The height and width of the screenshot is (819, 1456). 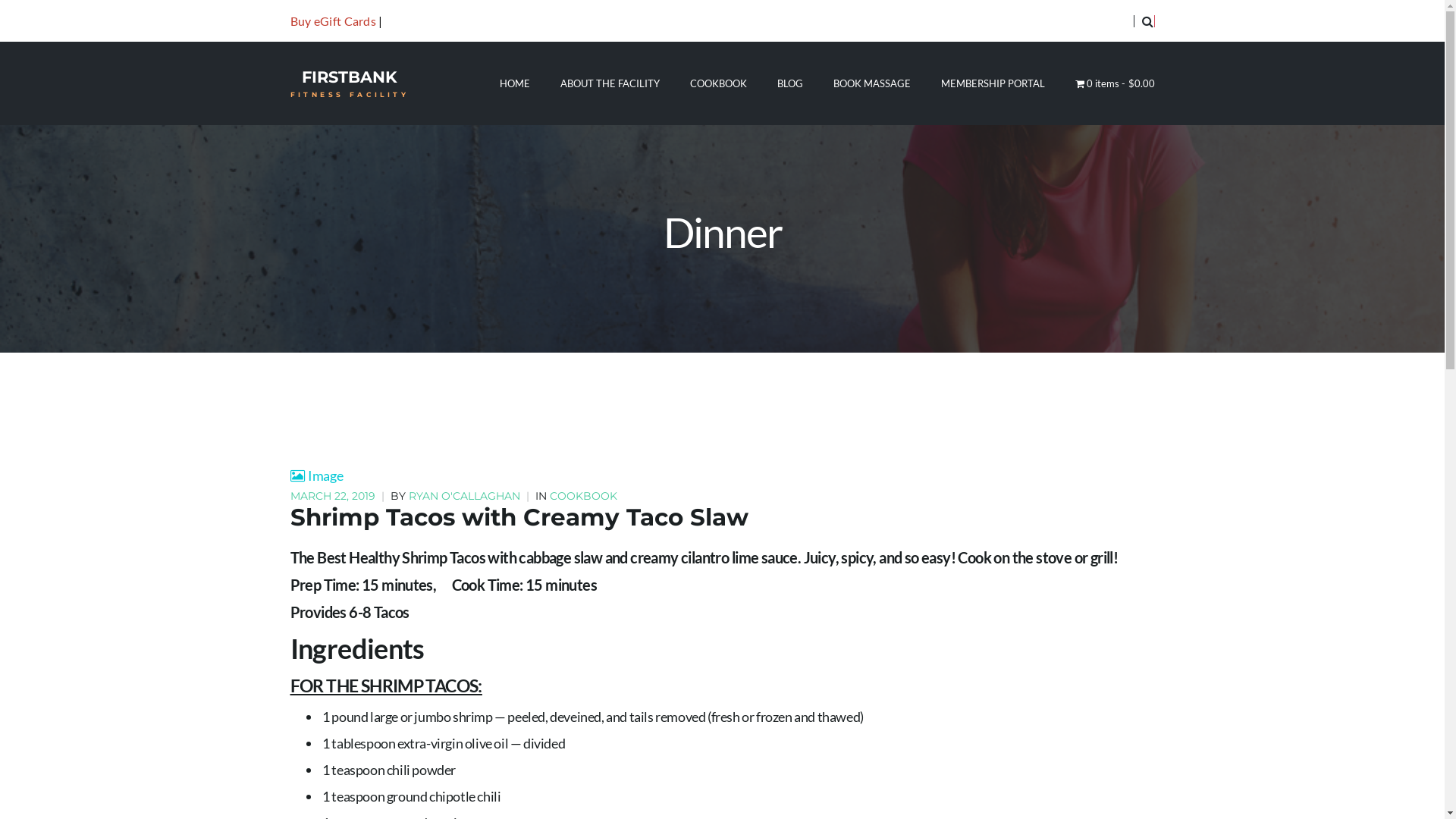 What do you see at coordinates (993, 83) in the screenshot?
I see `'MEMBERSHIP PORTAL'` at bounding box center [993, 83].